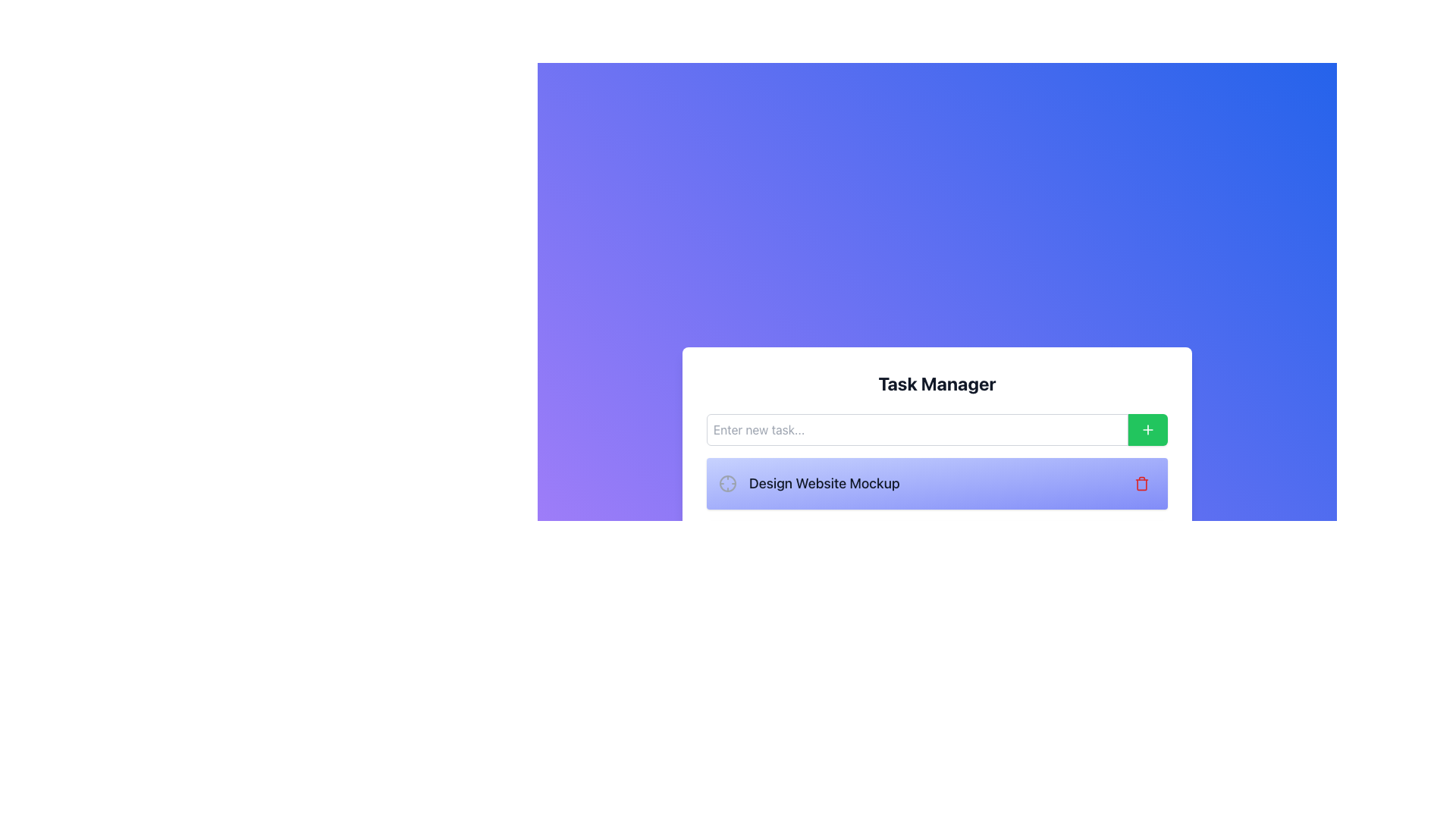  Describe the element at coordinates (1142, 483) in the screenshot. I see `the delete button located at the far right side of the task item with a purple gradient background labeled 'Design Website Mockup'` at that location.